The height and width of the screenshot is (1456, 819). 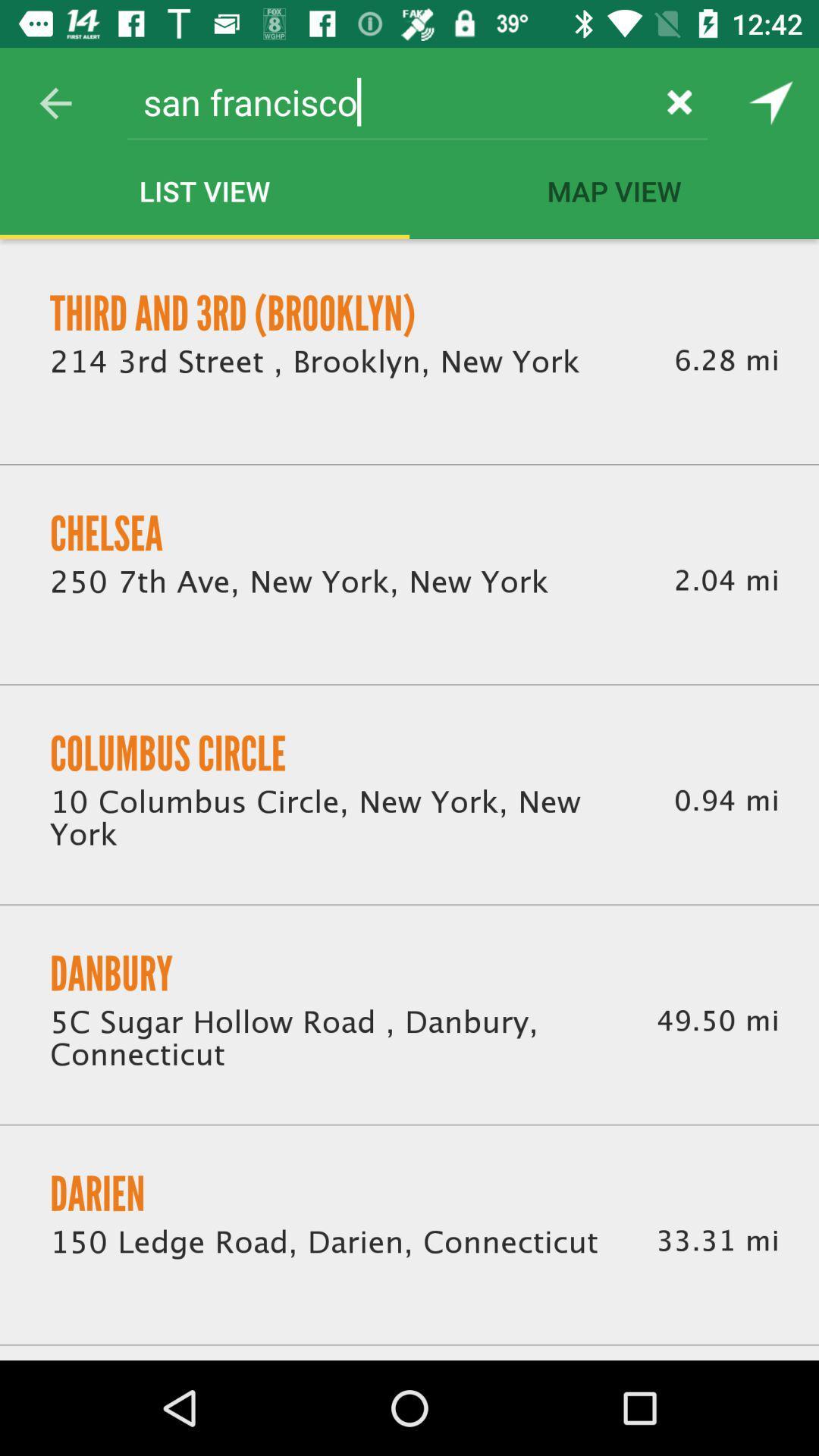 What do you see at coordinates (314, 361) in the screenshot?
I see `item above chelsea icon` at bounding box center [314, 361].